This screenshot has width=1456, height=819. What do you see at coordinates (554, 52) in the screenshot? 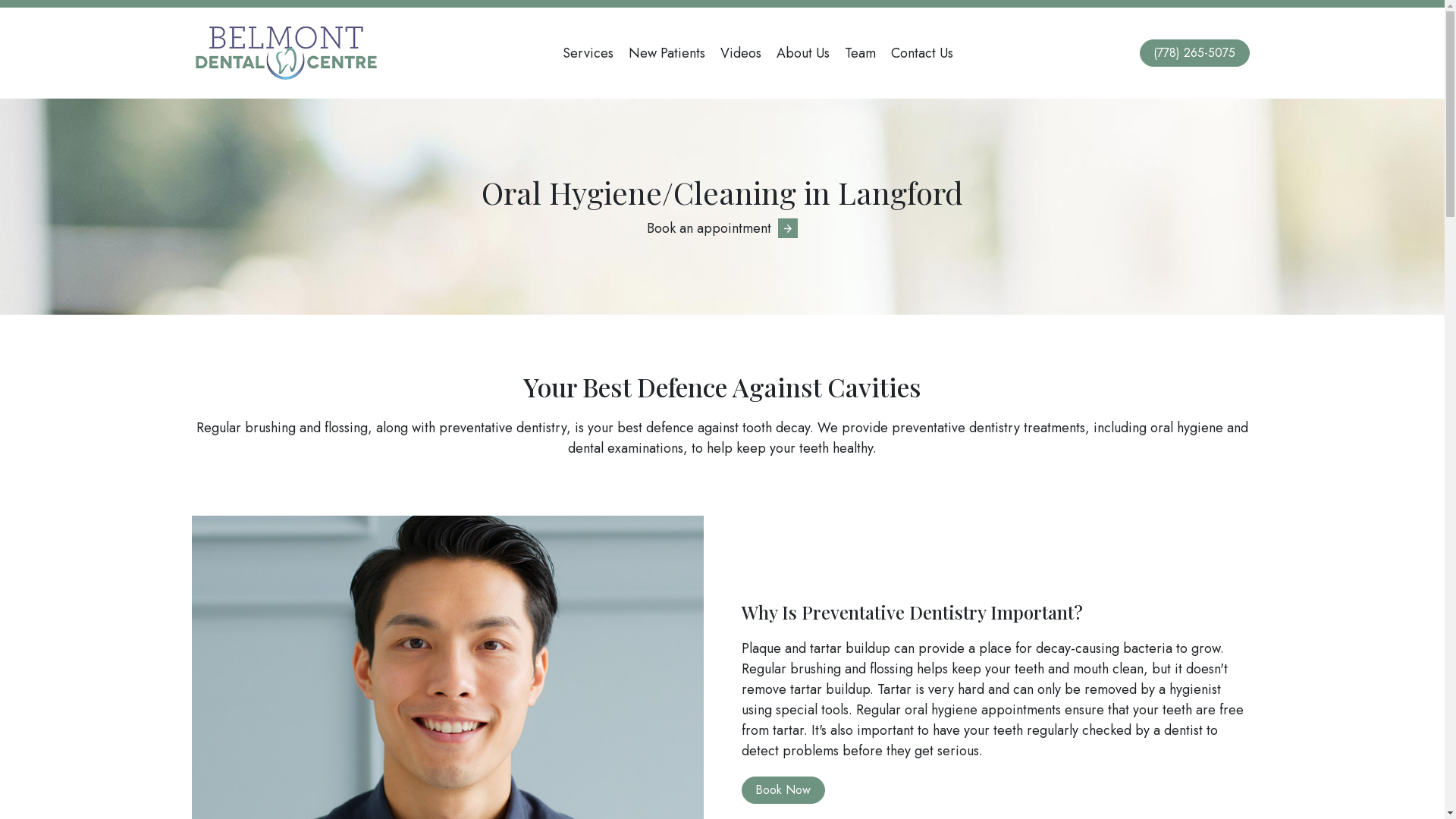
I see `'Services'` at bounding box center [554, 52].